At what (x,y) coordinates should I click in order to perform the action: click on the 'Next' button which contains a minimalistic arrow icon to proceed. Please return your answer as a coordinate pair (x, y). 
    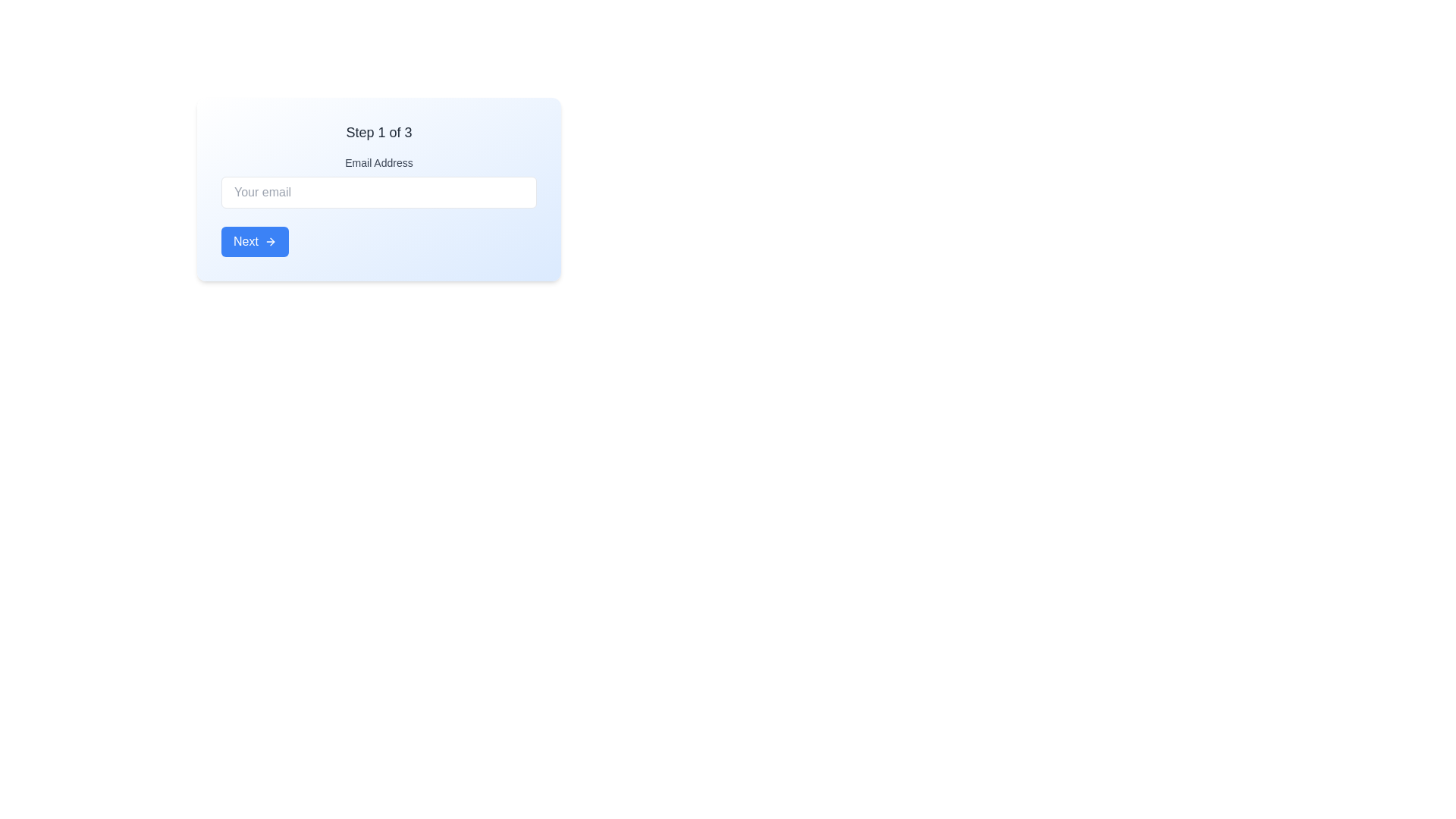
    Looking at the image, I should click on (272, 241).